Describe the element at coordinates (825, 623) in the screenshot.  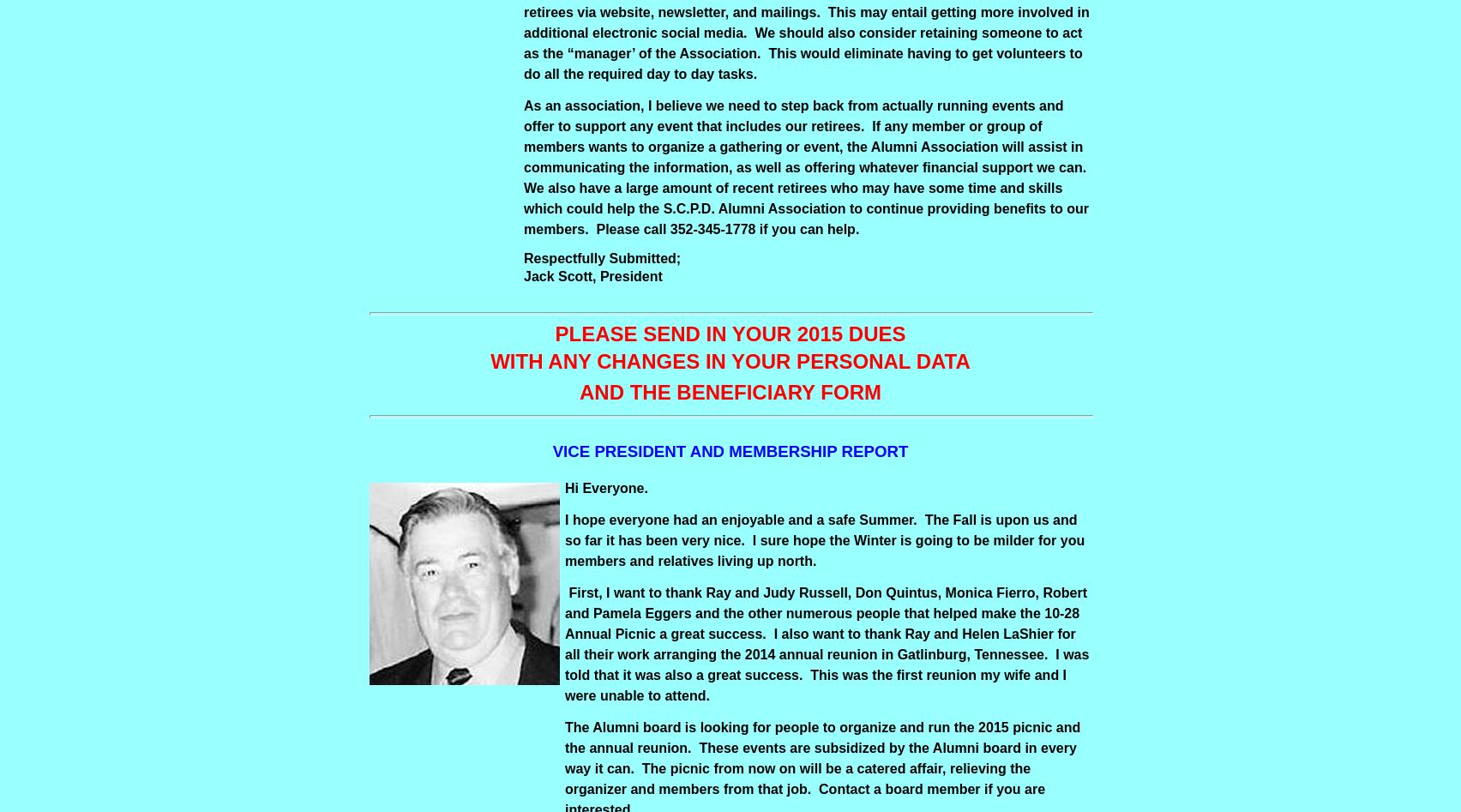
I see `'First,
I want to thank Ray and Judy Russell, Don Quintus, Monica Fierro,
Robert and Pamela Eggers and the other numerous people that helped make
the 10-28 Annual Picnic a great success.  I also want to thank Ray
and Helen LaShier for all their work arranging the 2014'` at that location.